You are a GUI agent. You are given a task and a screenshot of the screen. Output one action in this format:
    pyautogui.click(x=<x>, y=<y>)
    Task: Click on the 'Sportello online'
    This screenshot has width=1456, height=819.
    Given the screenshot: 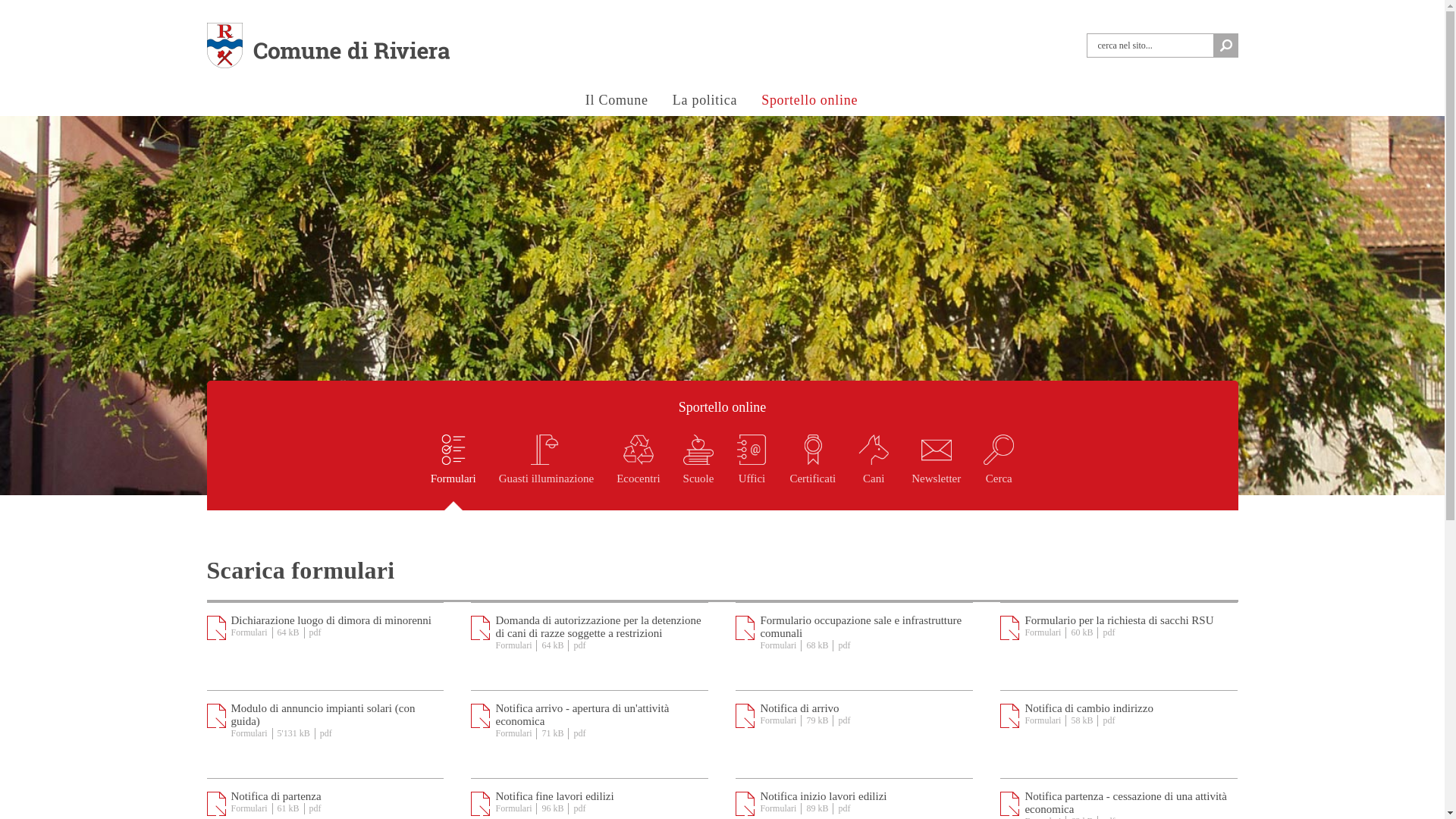 What is the action you would take?
    pyautogui.click(x=752, y=101)
    